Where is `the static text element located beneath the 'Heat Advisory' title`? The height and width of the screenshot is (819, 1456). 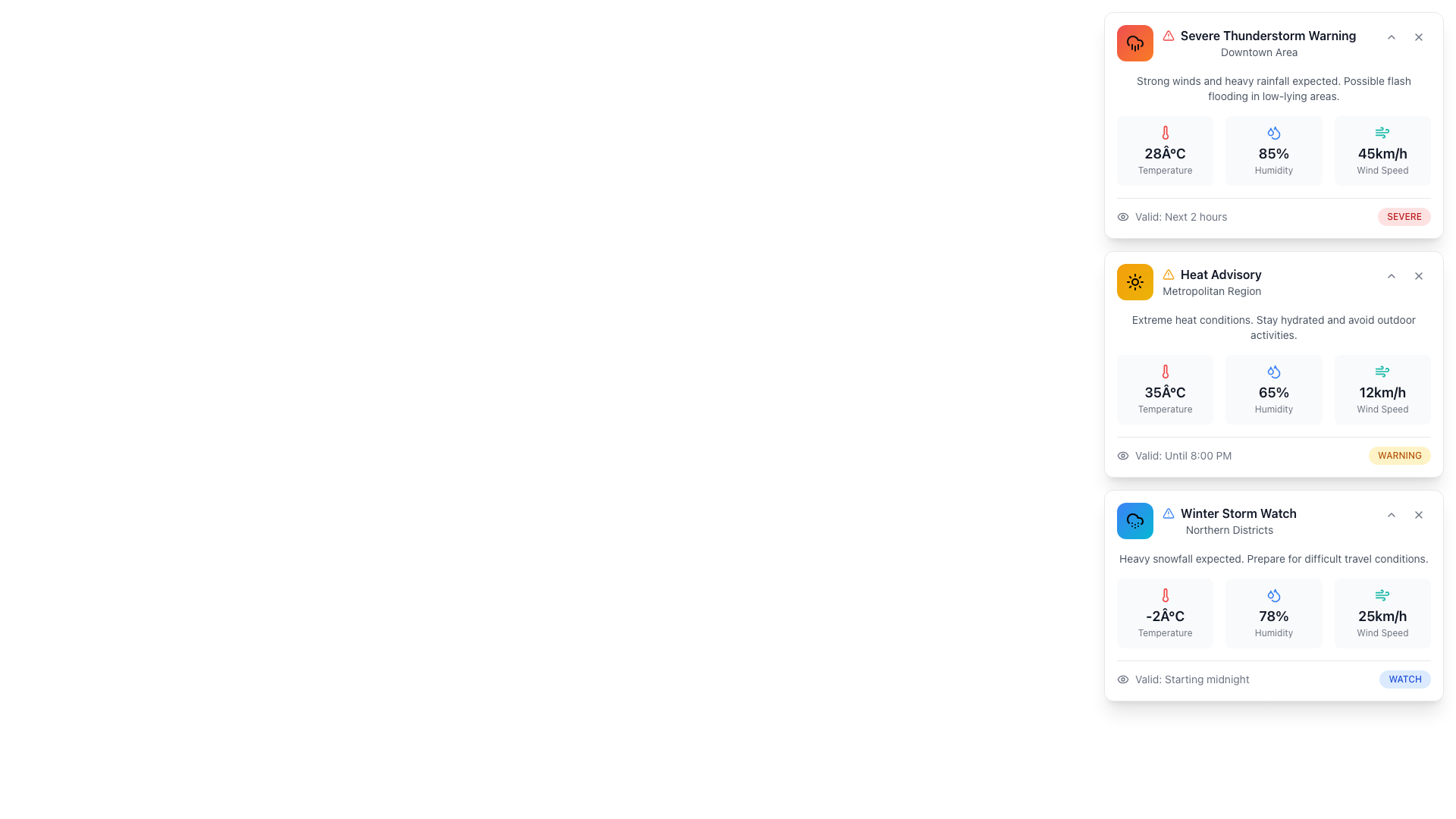 the static text element located beneath the 'Heat Advisory' title is located at coordinates (1211, 291).